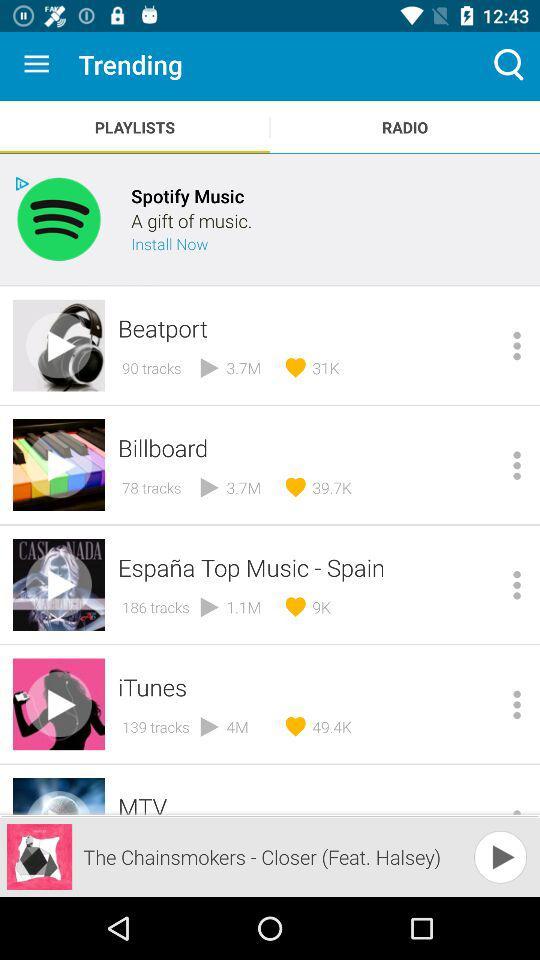 The height and width of the screenshot is (960, 540). I want to click on the play icon, so click(499, 856).